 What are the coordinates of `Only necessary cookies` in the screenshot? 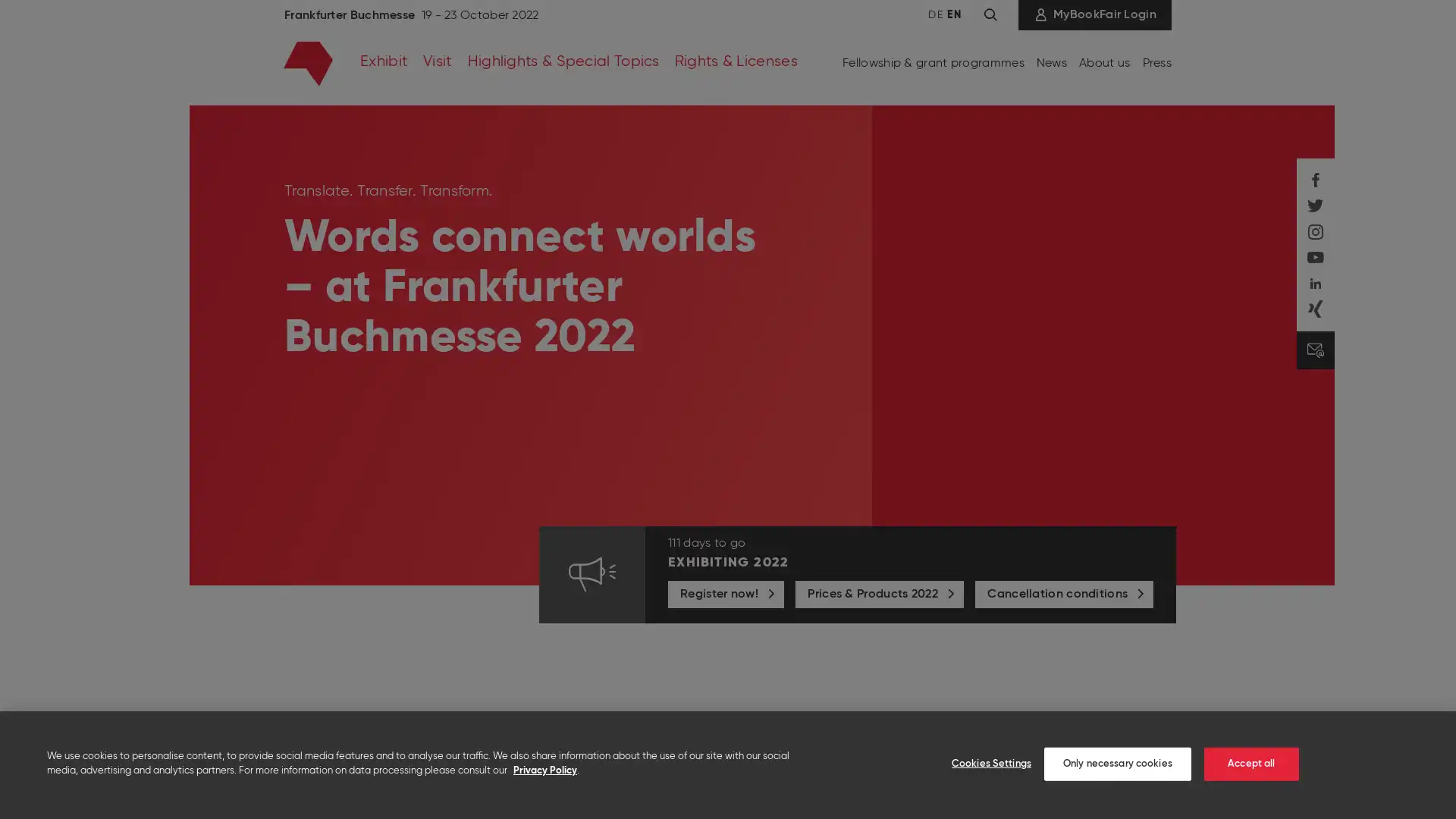 It's located at (1117, 763).